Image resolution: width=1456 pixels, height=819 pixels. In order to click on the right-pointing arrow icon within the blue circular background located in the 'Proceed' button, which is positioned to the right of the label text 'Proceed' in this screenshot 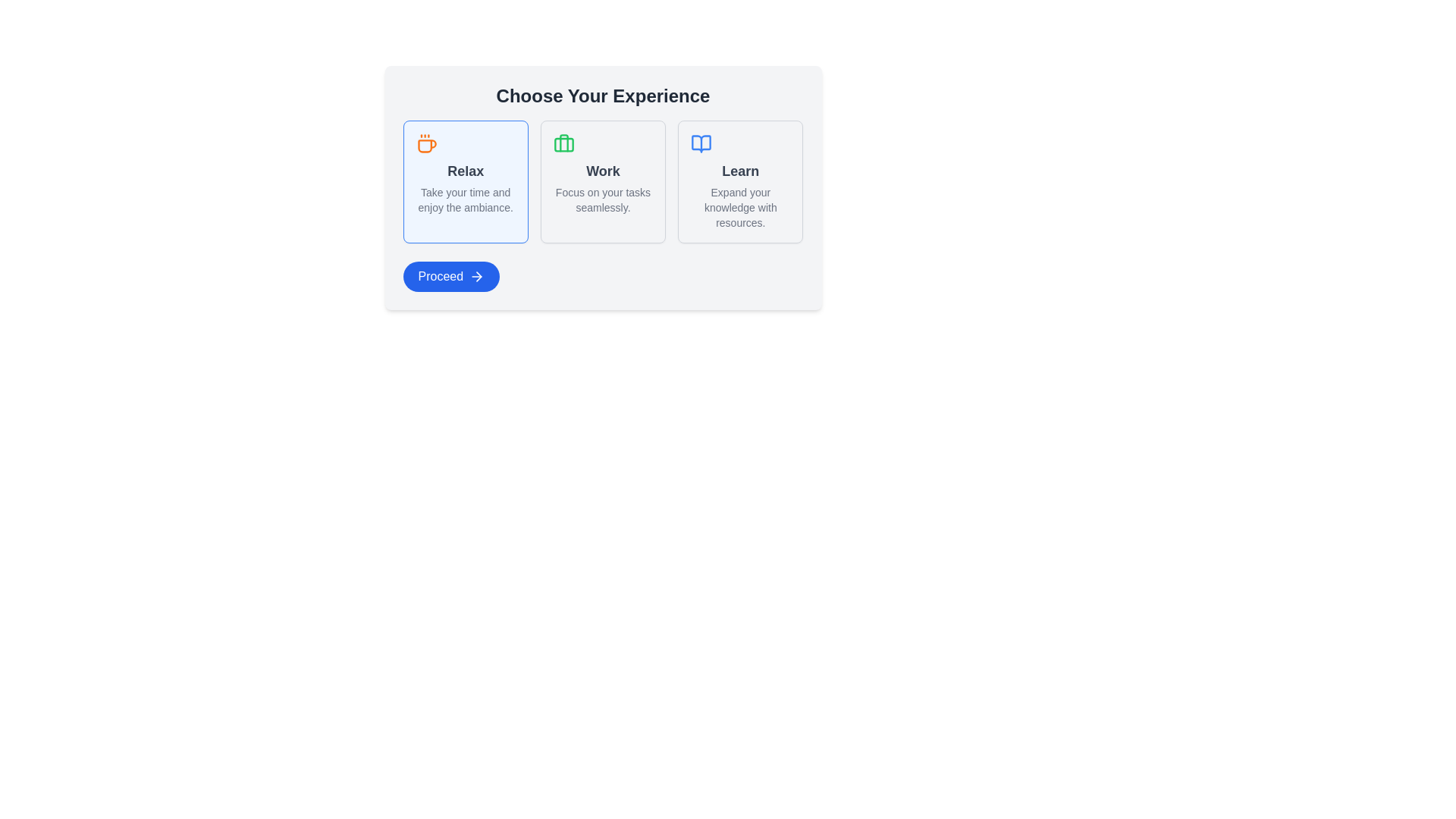, I will do `click(476, 277)`.